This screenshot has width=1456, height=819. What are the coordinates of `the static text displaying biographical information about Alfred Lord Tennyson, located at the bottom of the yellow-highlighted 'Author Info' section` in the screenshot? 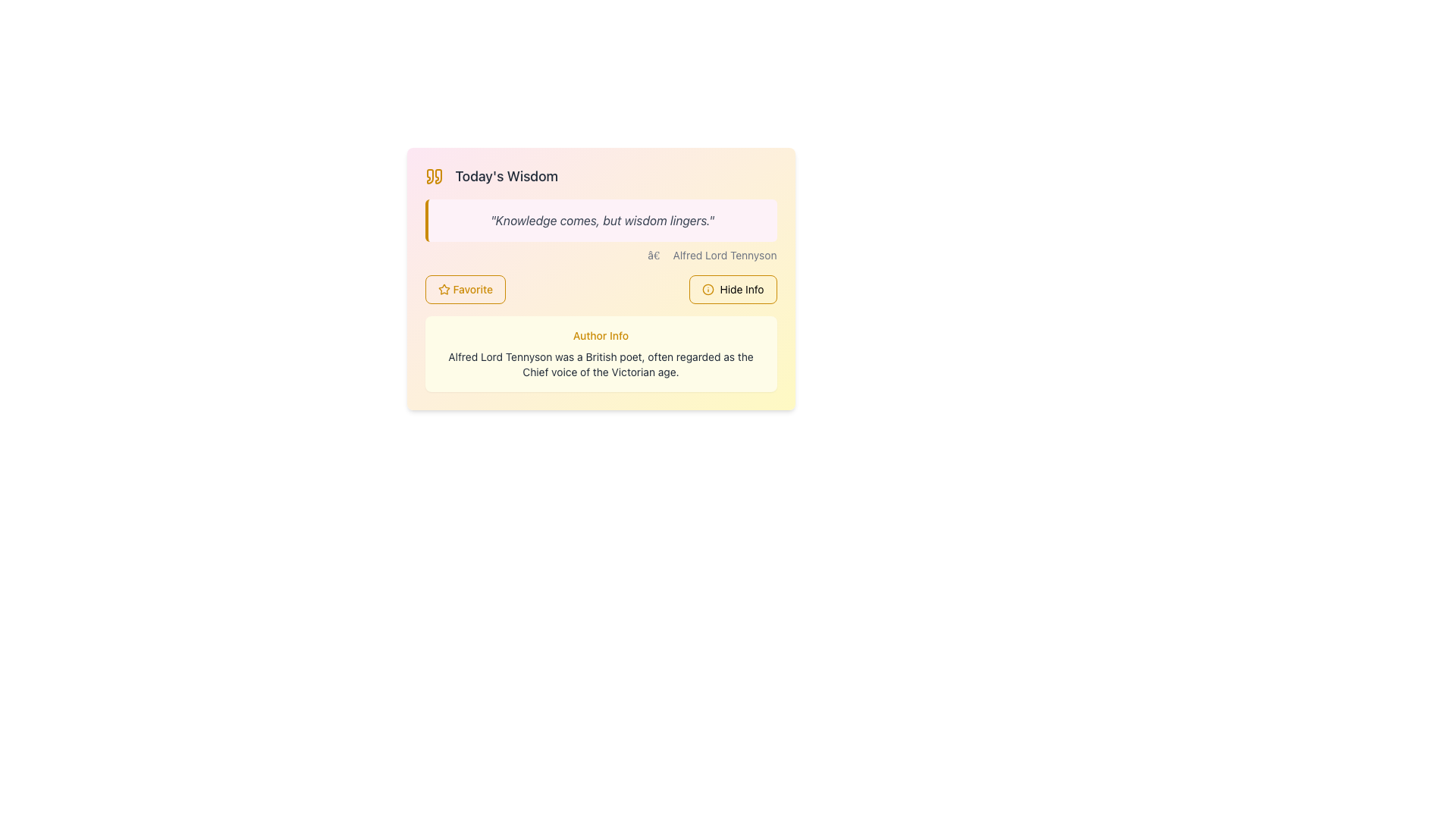 It's located at (600, 365).